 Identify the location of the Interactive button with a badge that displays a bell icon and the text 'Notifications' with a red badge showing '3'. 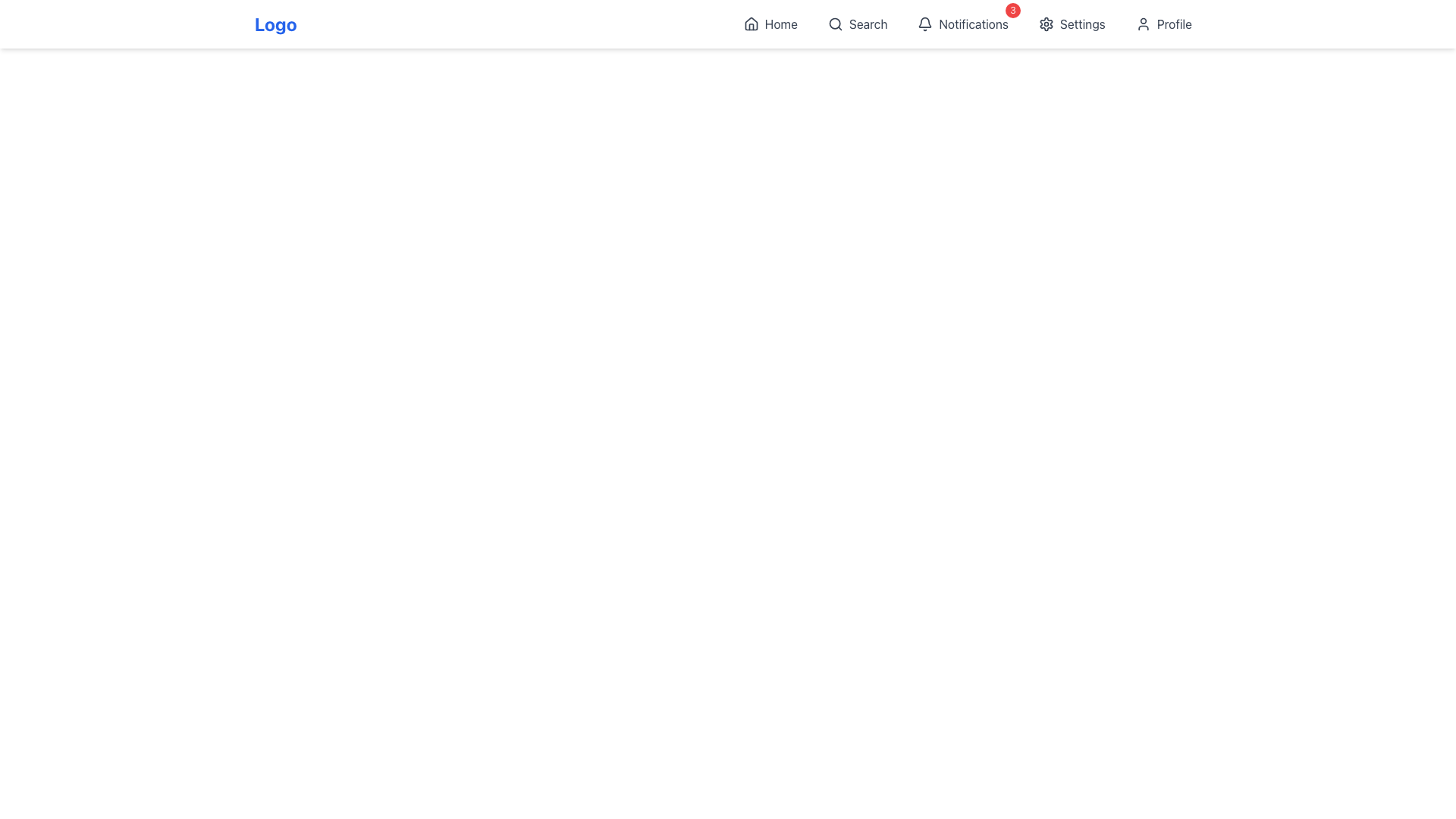
(962, 24).